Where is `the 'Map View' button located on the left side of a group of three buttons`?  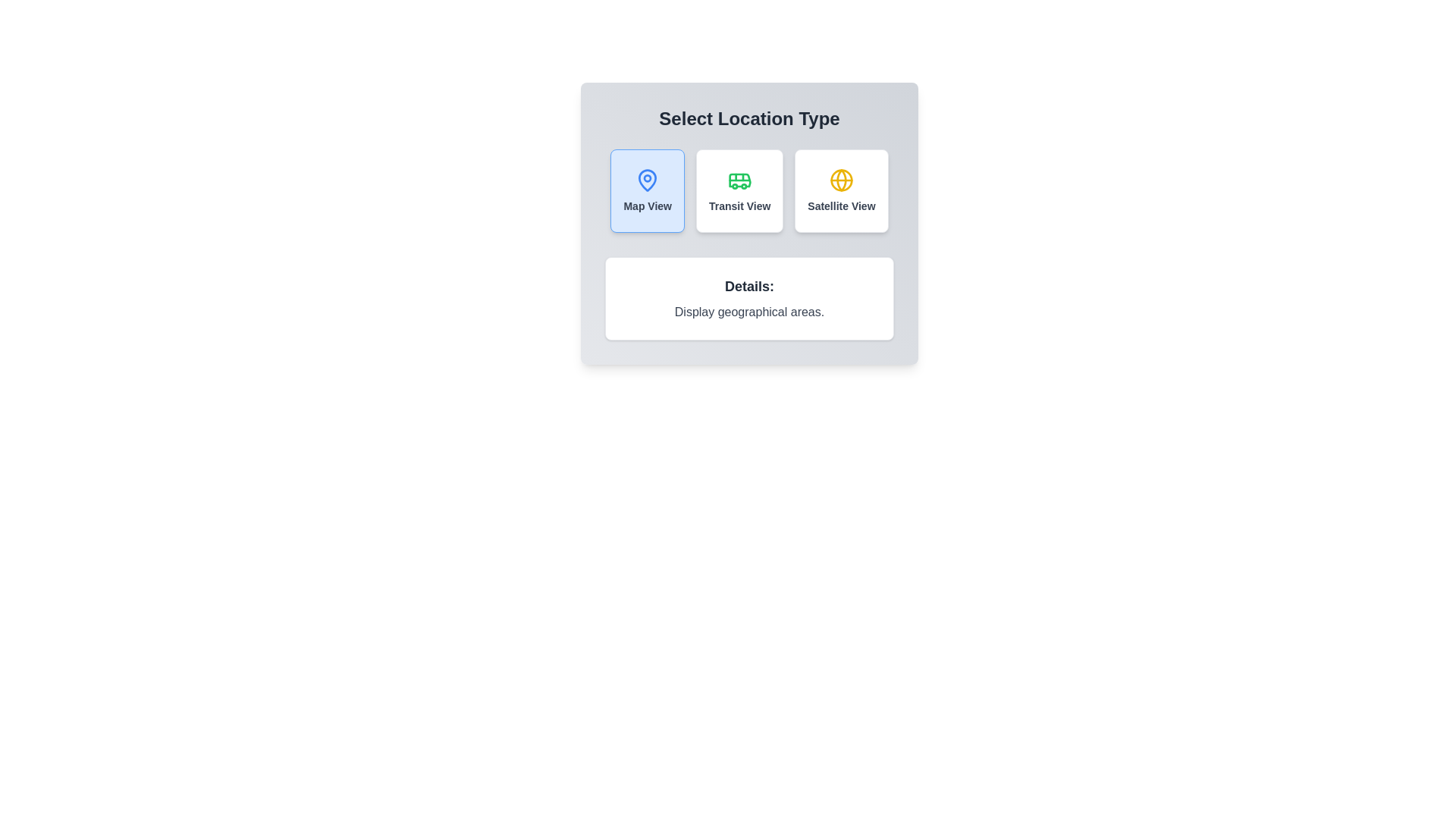
the 'Map View' button located on the left side of a group of three buttons is located at coordinates (648, 190).